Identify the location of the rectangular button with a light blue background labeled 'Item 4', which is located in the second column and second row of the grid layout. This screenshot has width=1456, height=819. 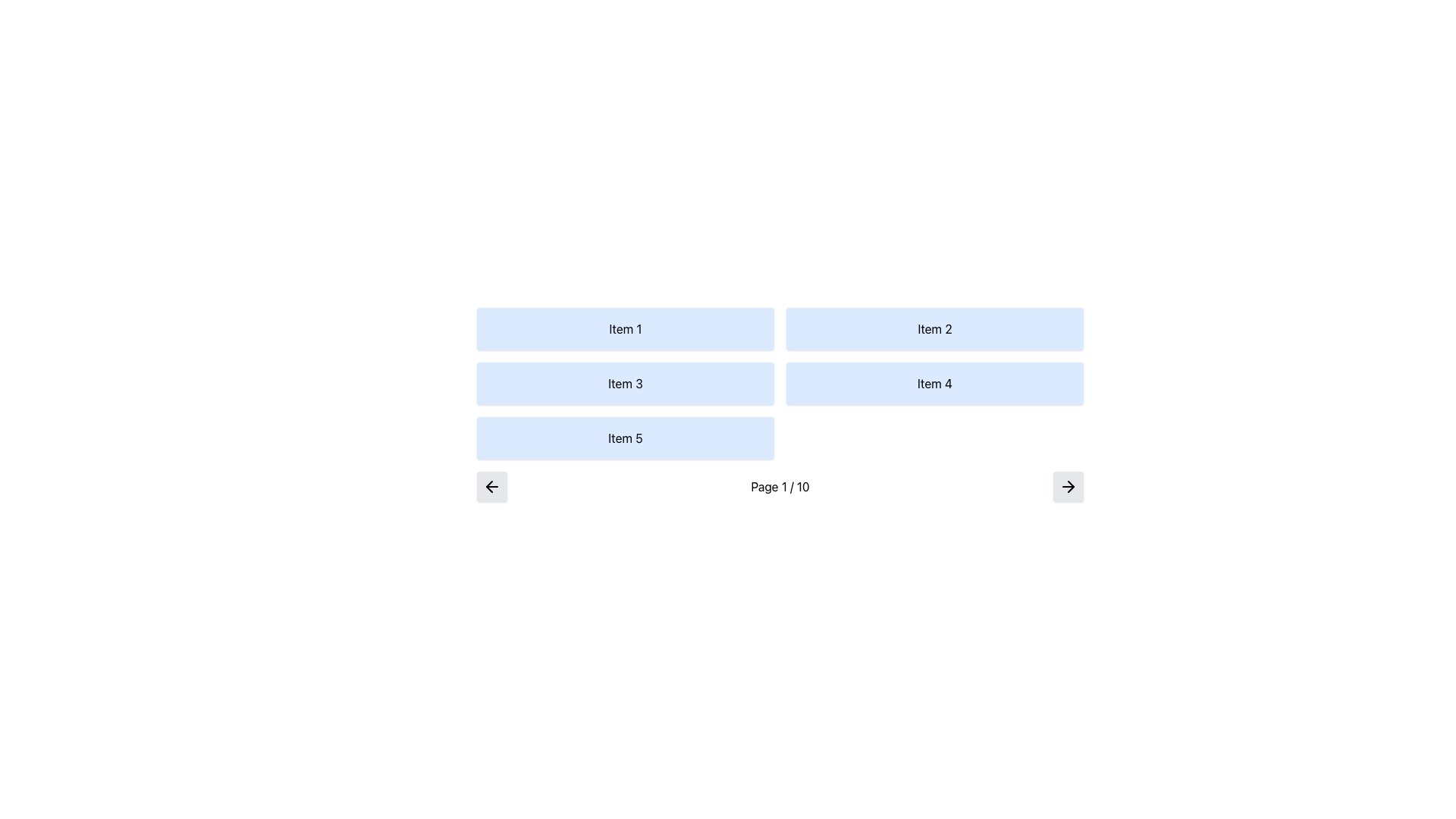
(934, 382).